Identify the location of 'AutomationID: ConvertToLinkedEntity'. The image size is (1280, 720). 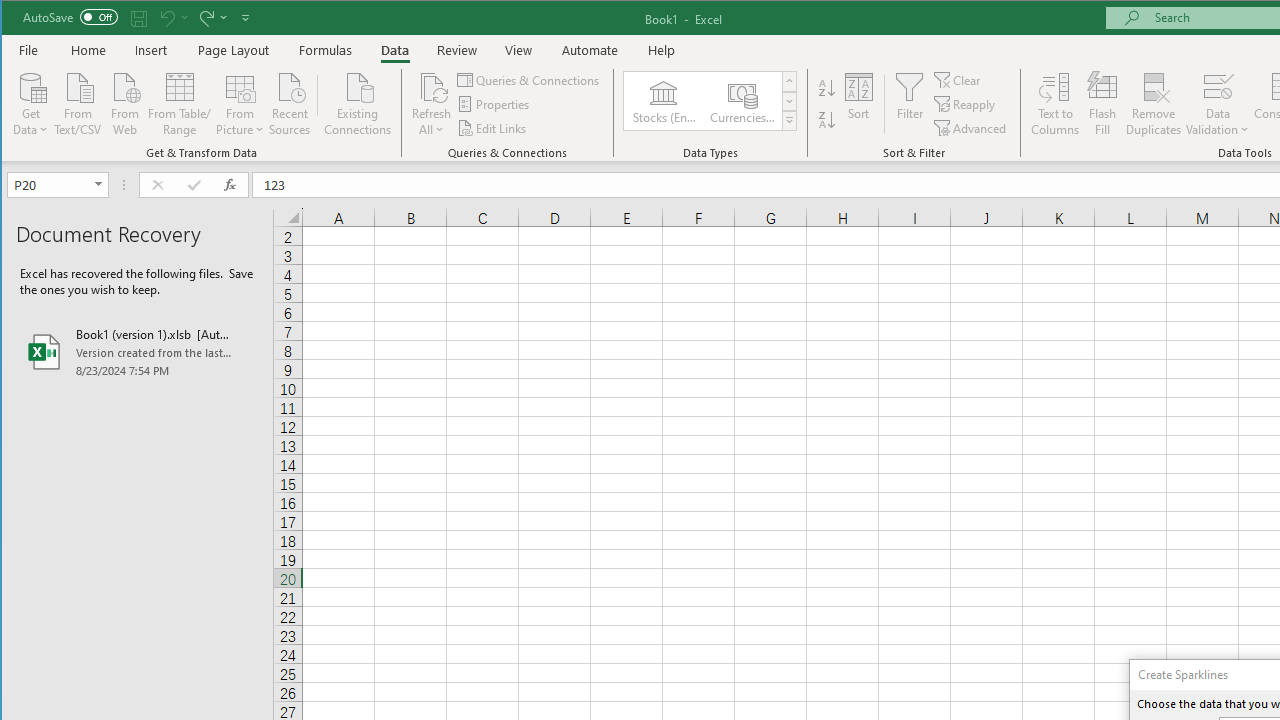
(711, 101).